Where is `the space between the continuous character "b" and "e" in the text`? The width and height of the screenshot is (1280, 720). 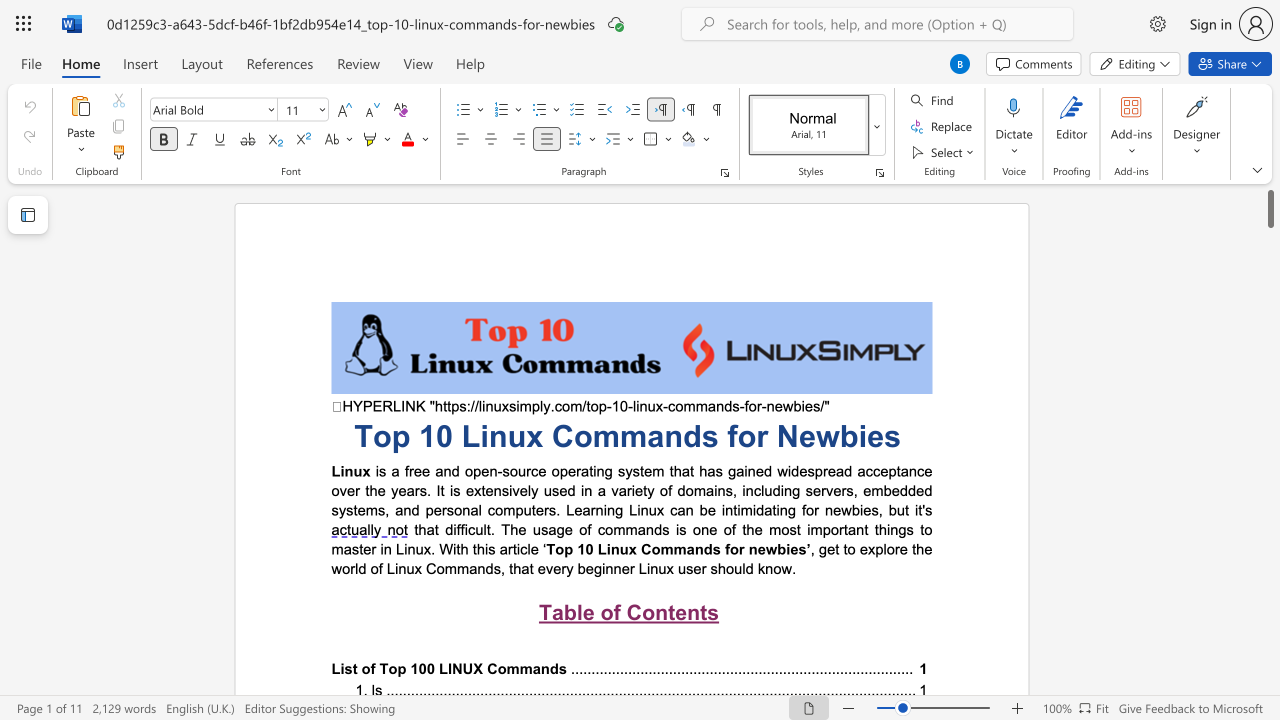 the space between the continuous character "b" and "e" in the text is located at coordinates (584, 568).